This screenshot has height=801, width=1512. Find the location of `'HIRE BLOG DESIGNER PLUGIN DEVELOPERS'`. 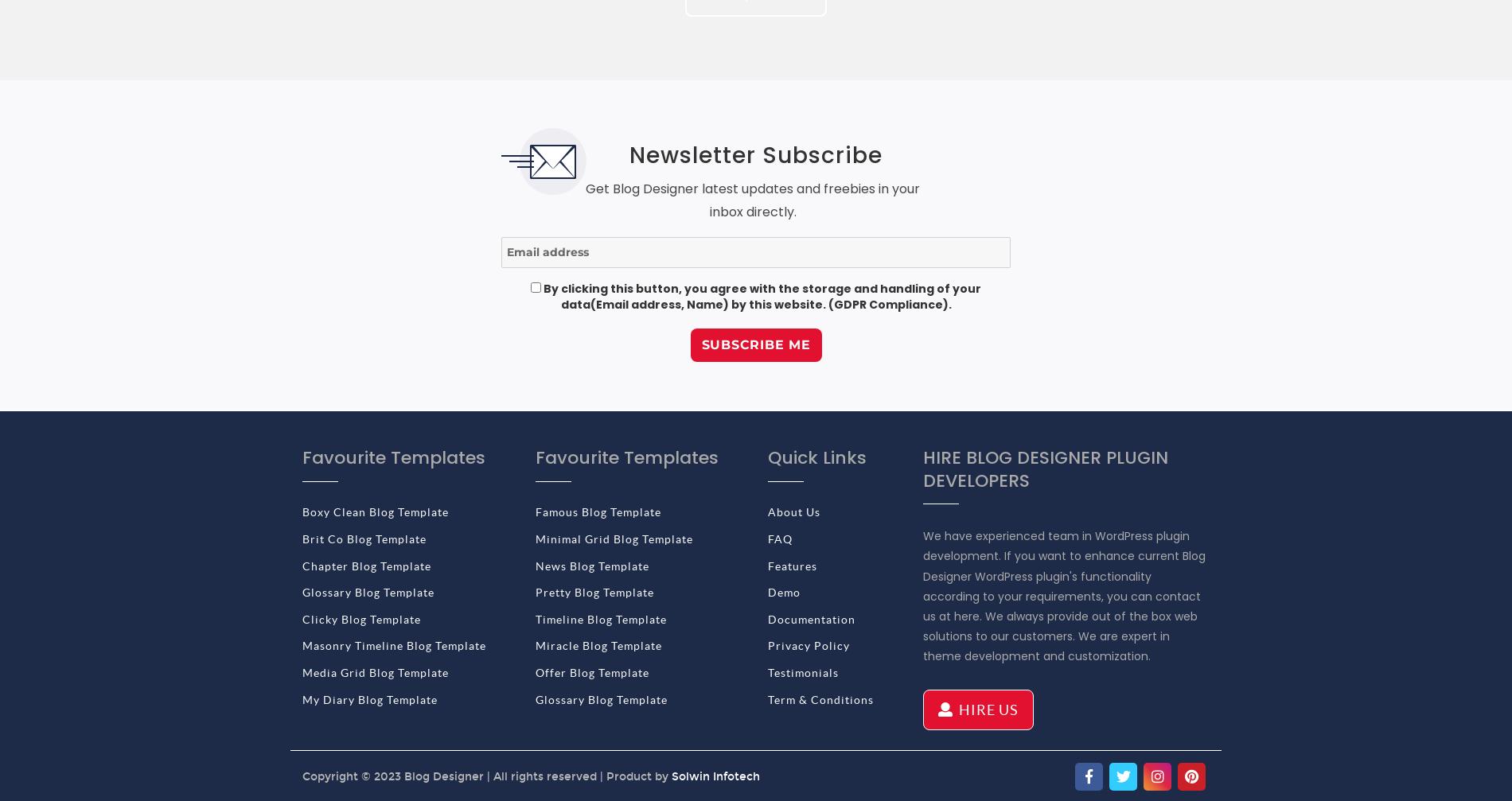

'HIRE BLOG DESIGNER PLUGIN DEVELOPERS' is located at coordinates (922, 467).